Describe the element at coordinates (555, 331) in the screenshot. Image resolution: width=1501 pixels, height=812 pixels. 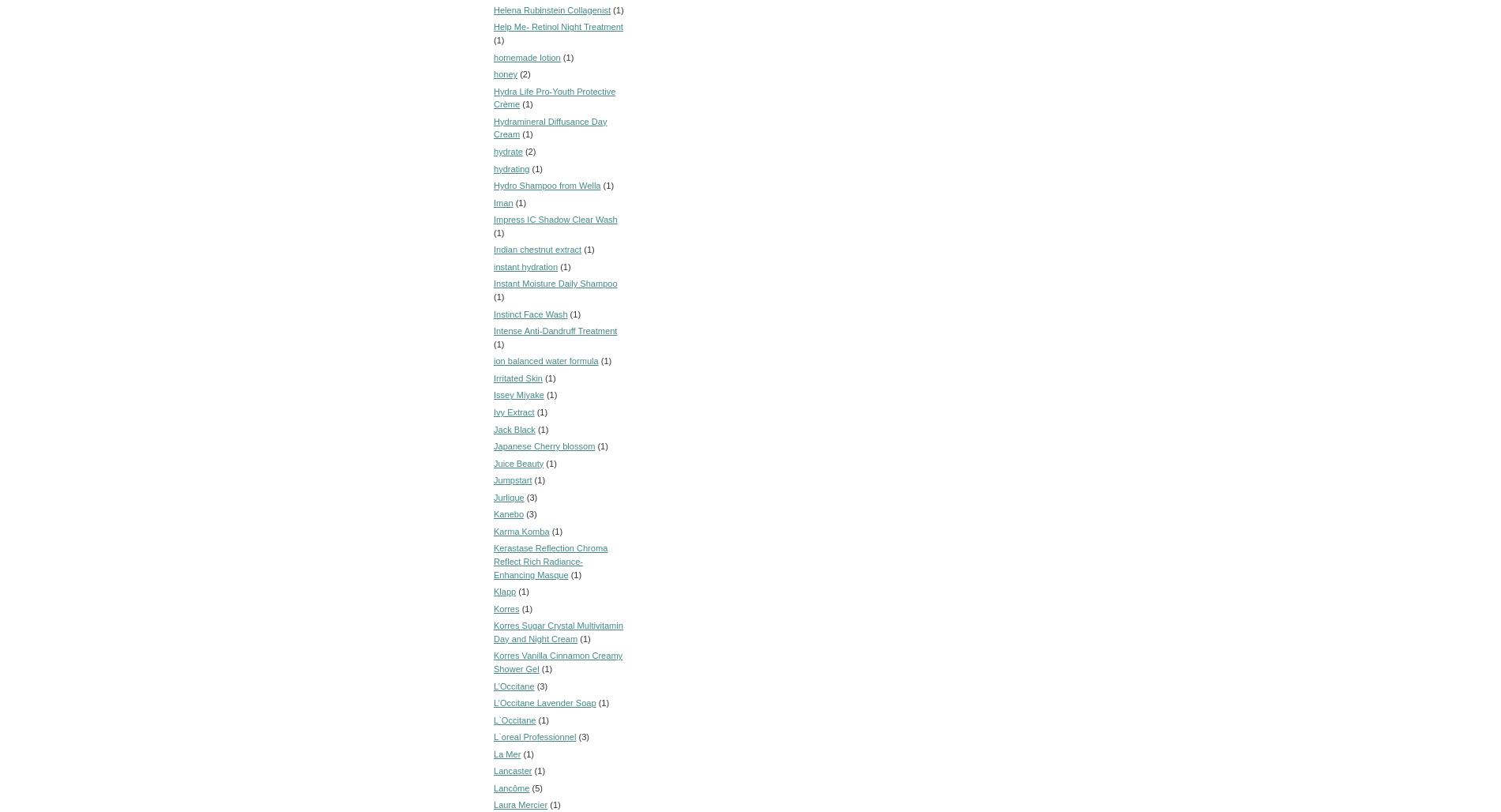
I see `'Intense Anti-Dandruff Treatment'` at that location.